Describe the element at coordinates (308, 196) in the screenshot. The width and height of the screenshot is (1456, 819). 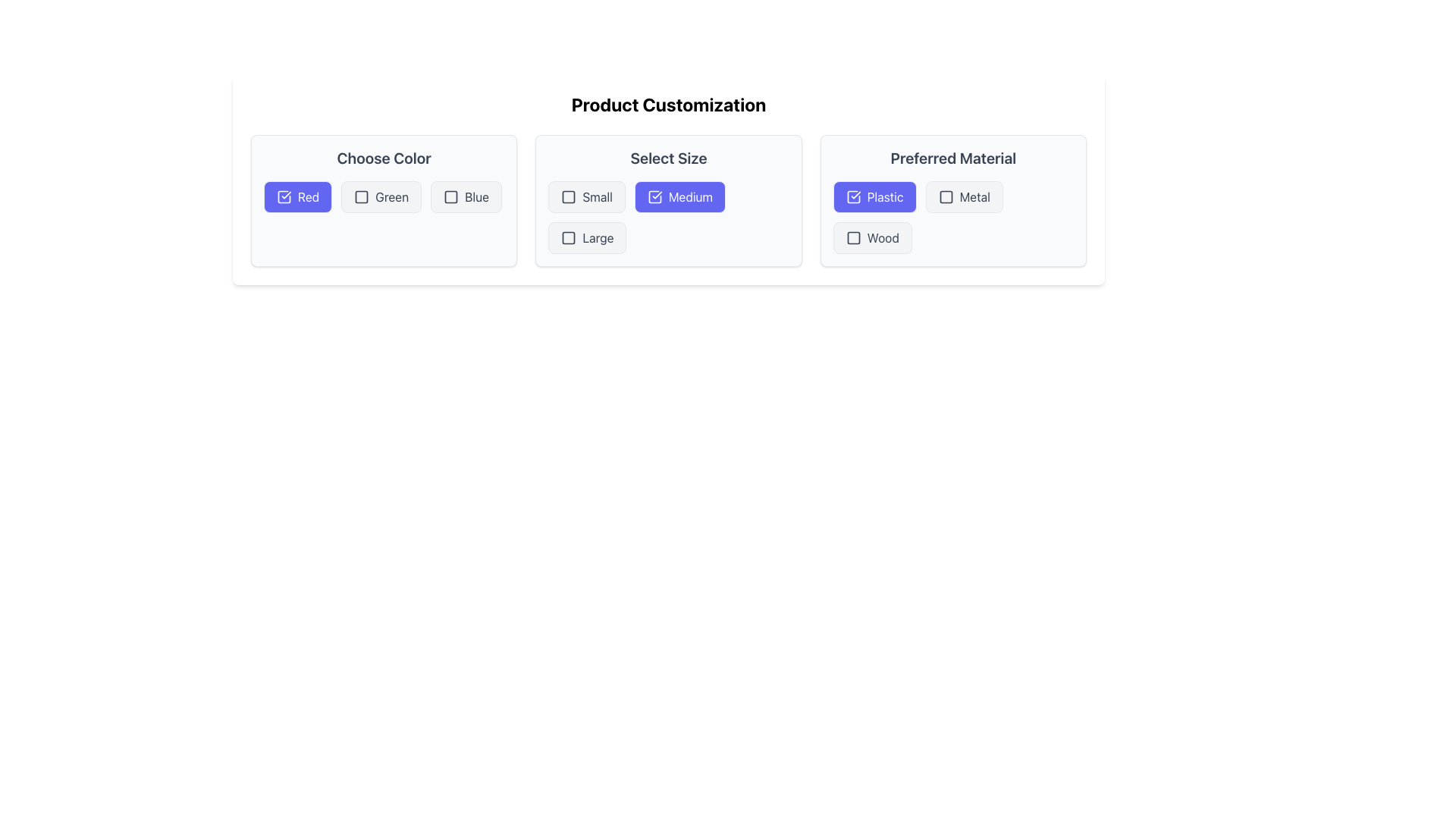
I see `the text label that displays 'Red' on the purple button in the 'Choose Color' section` at that location.